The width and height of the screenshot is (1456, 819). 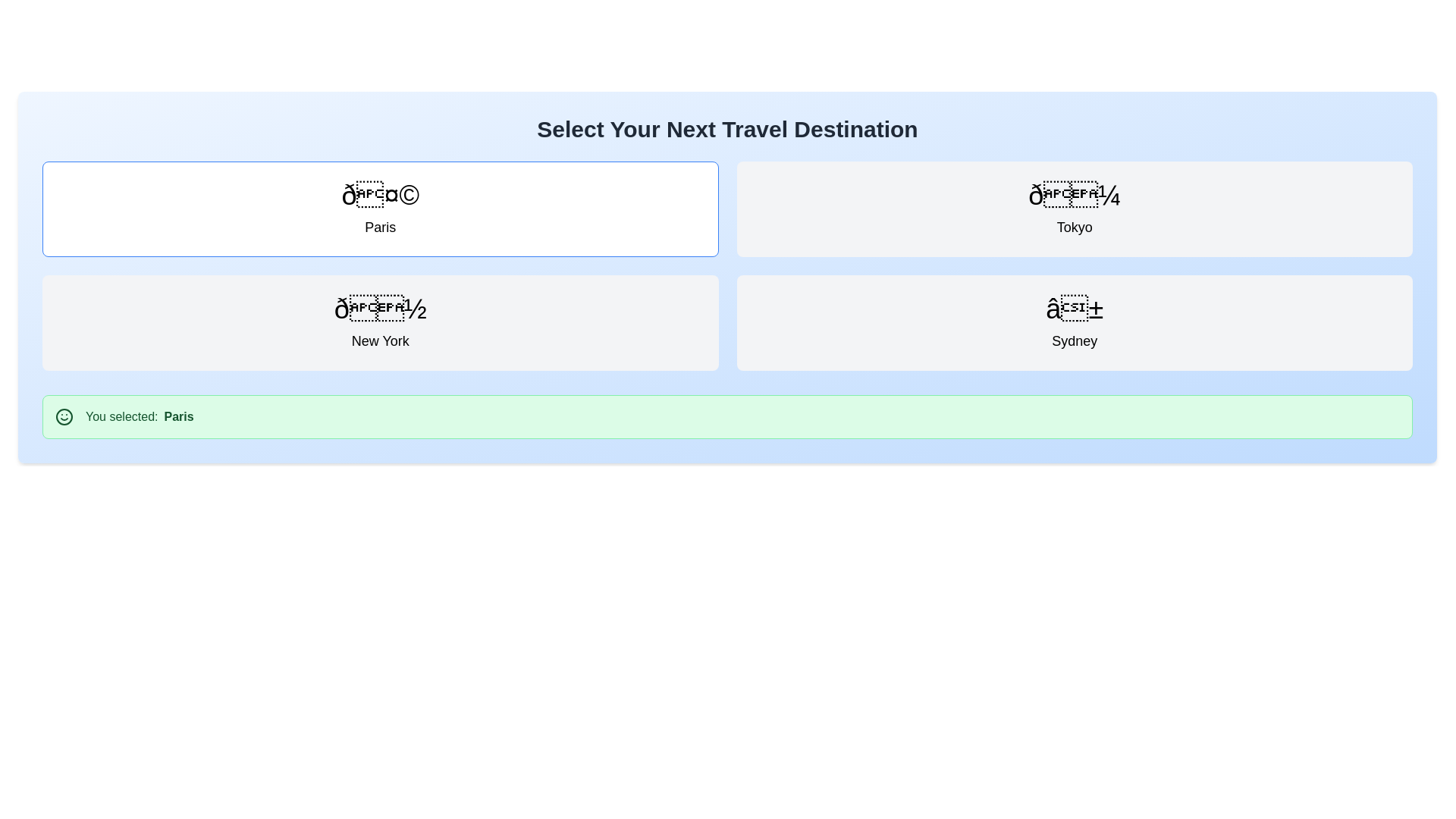 What do you see at coordinates (64, 417) in the screenshot?
I see `the decorative icon located at the far-left side of the green-highlighted box that displays the text 'You selected: Paris'` at bounding box center [64, 417].